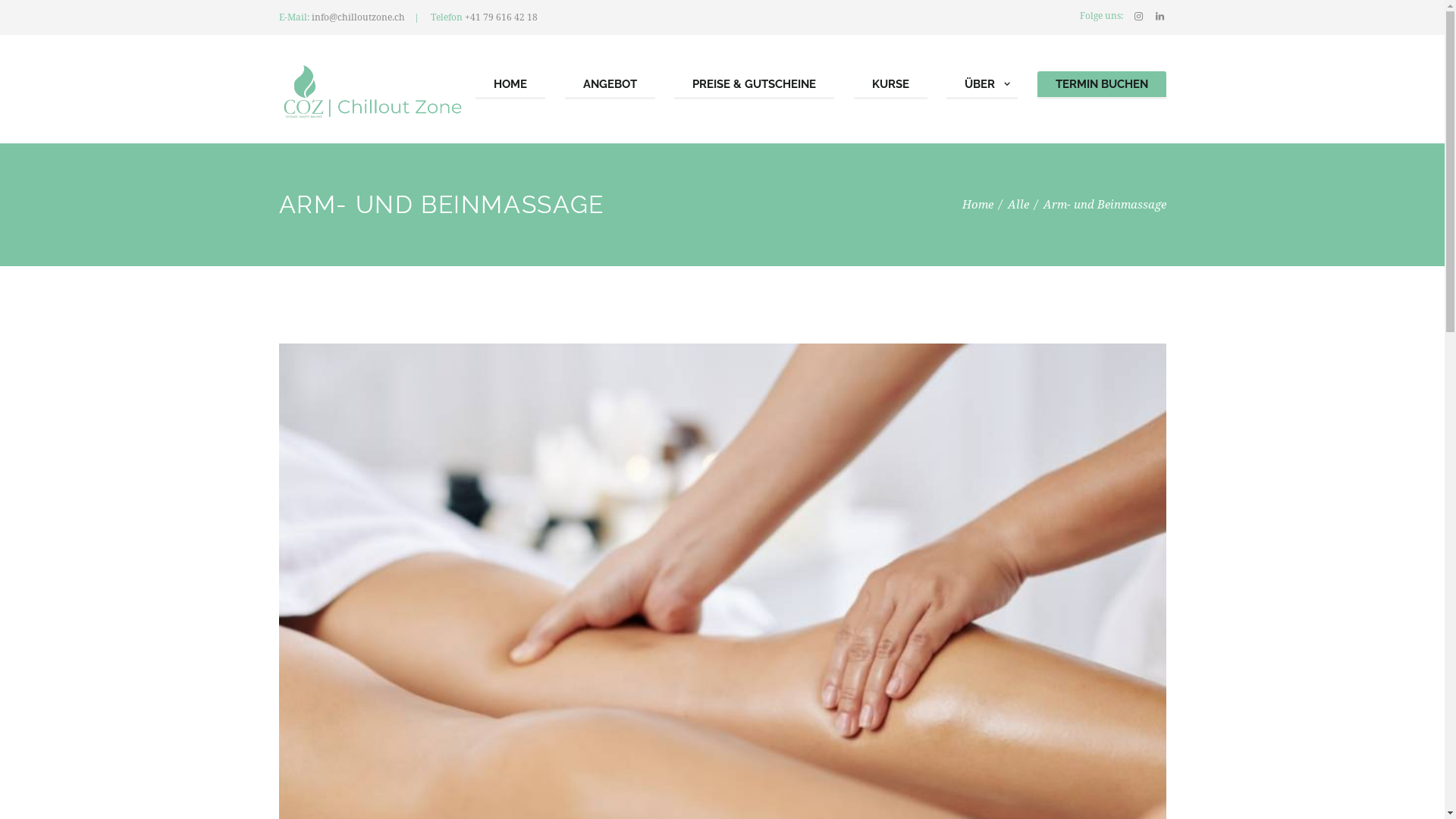 The width and height of the screenshot is (1456, 819). I want to click on 'info@chilloutzone.ch', so click(356, 17).